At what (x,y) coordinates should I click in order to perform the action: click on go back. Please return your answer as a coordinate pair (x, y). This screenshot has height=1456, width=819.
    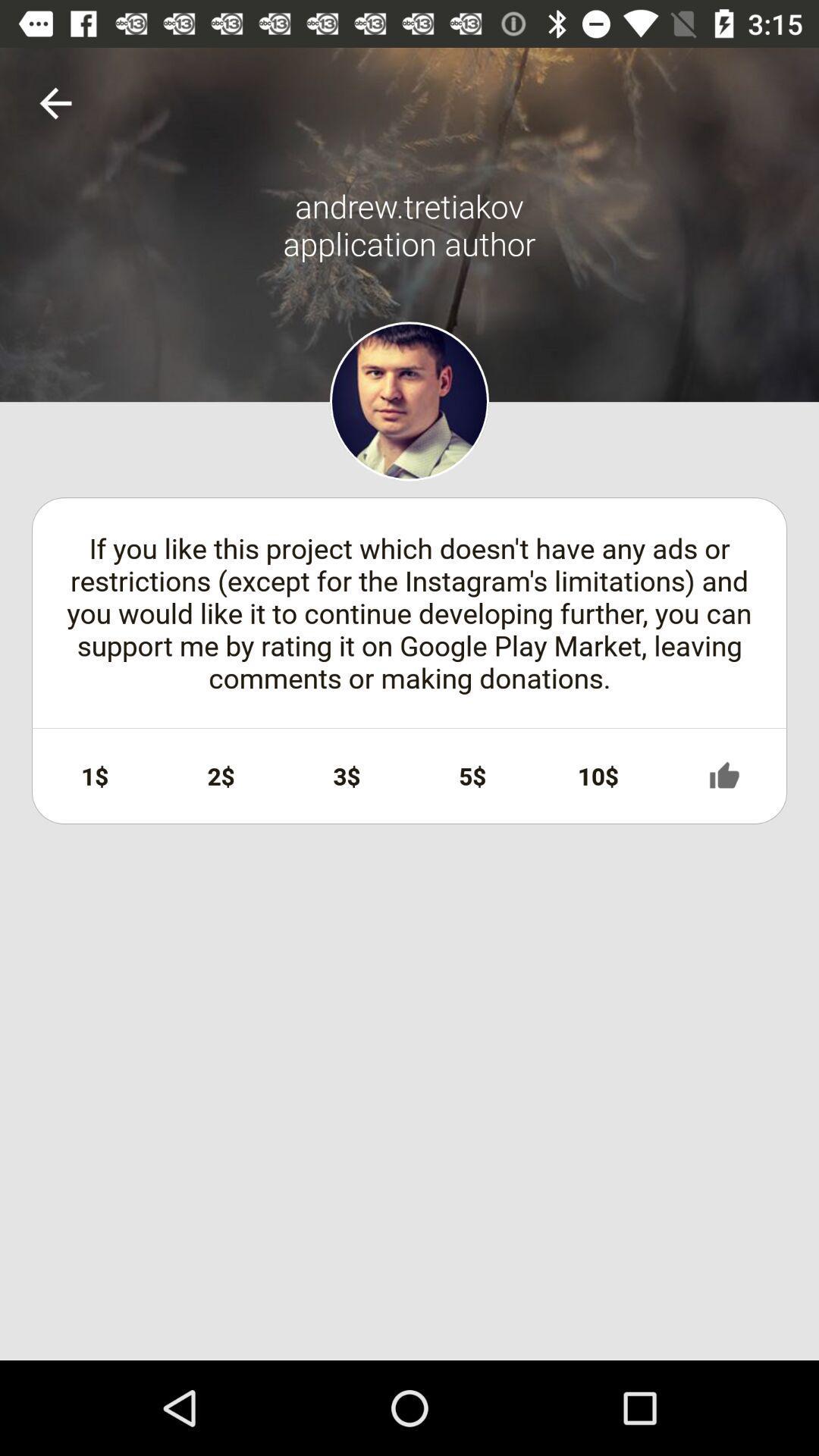
    Looking at the image, I should click on (55, 102).